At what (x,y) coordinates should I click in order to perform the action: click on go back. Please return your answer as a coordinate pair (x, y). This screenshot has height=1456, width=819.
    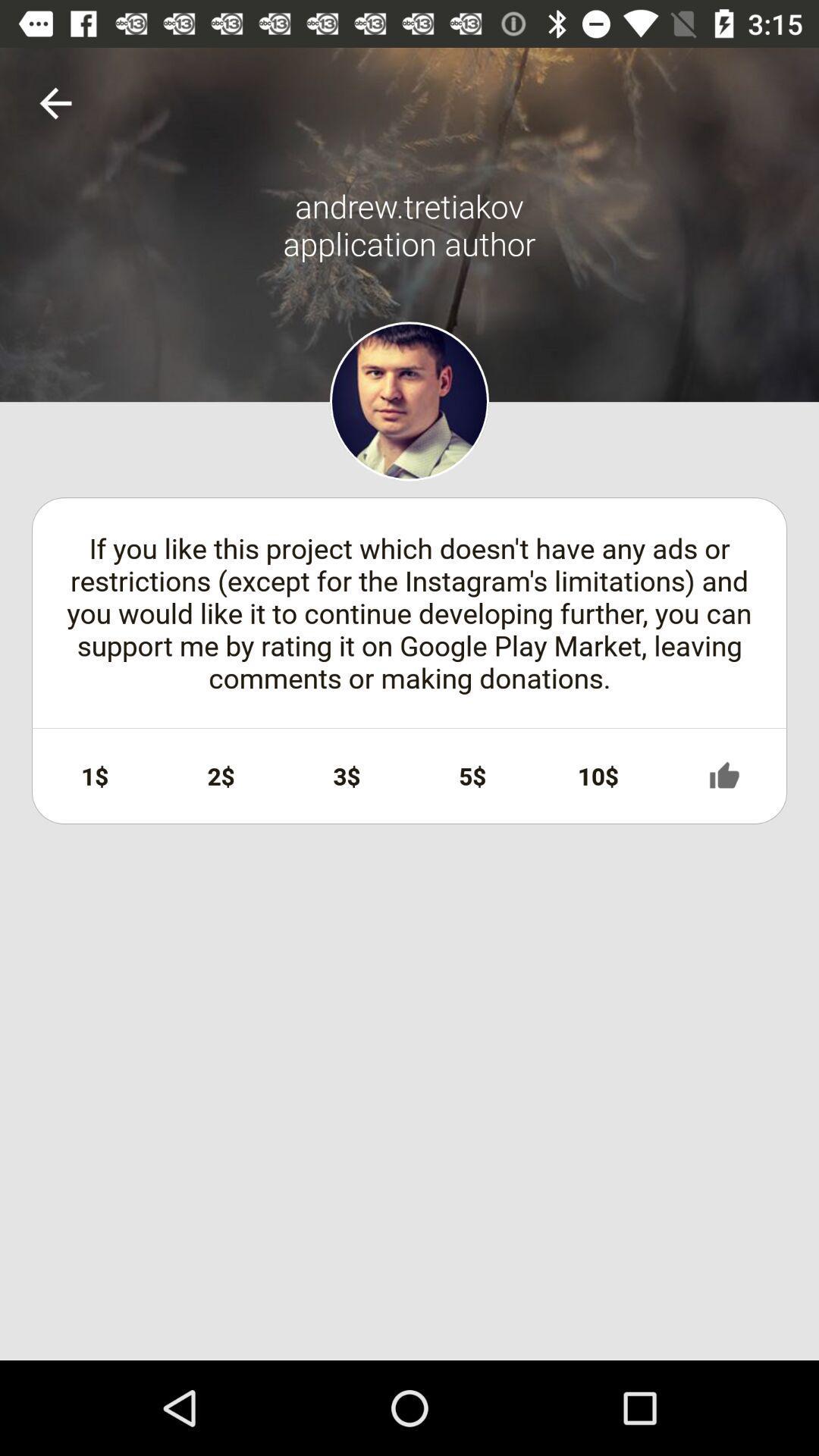
    Looking at the image, I should click on (55, 102).